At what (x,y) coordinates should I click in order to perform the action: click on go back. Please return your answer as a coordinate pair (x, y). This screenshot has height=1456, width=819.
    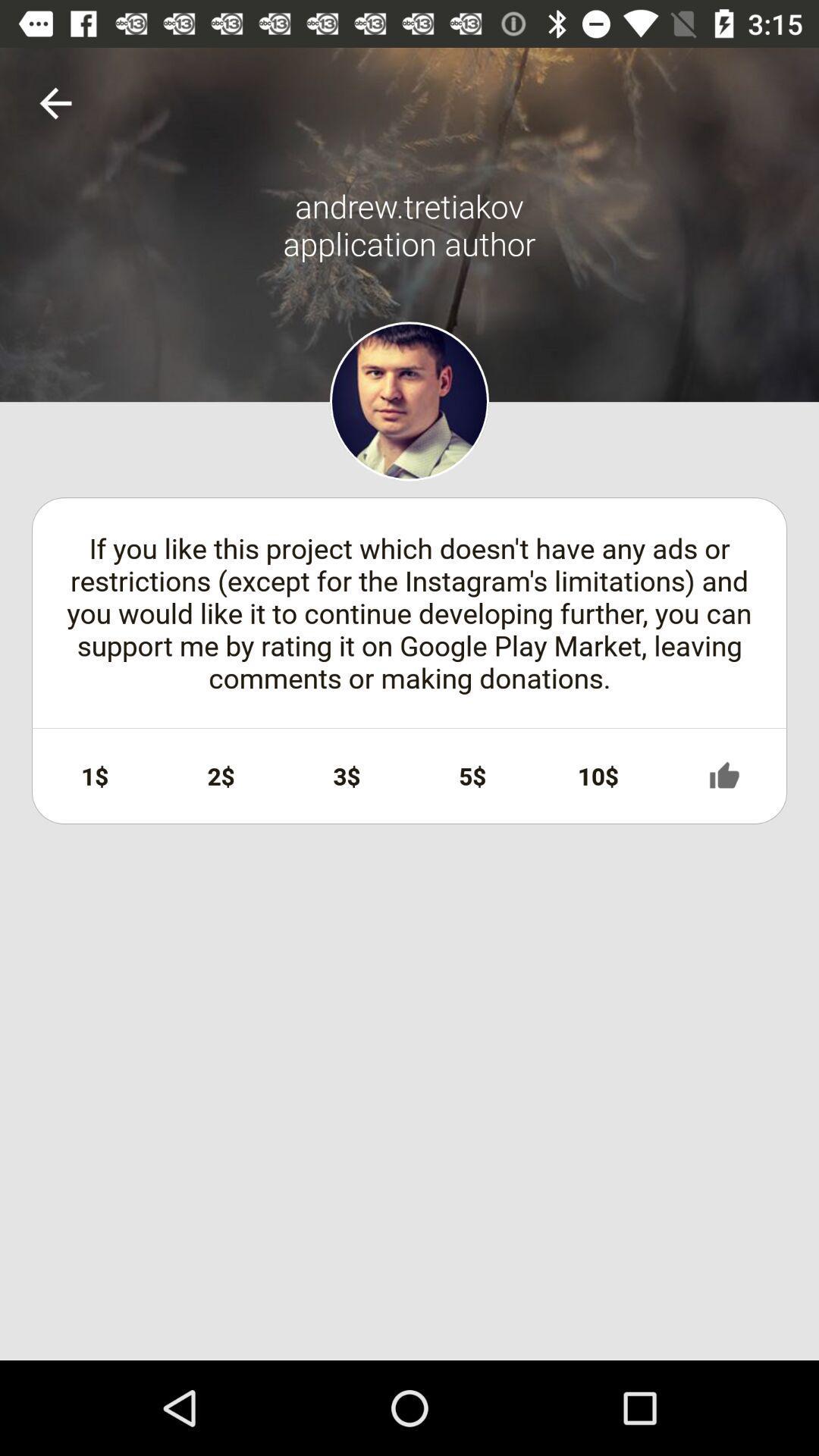
    Looking at the image, I should click on (55, 102).